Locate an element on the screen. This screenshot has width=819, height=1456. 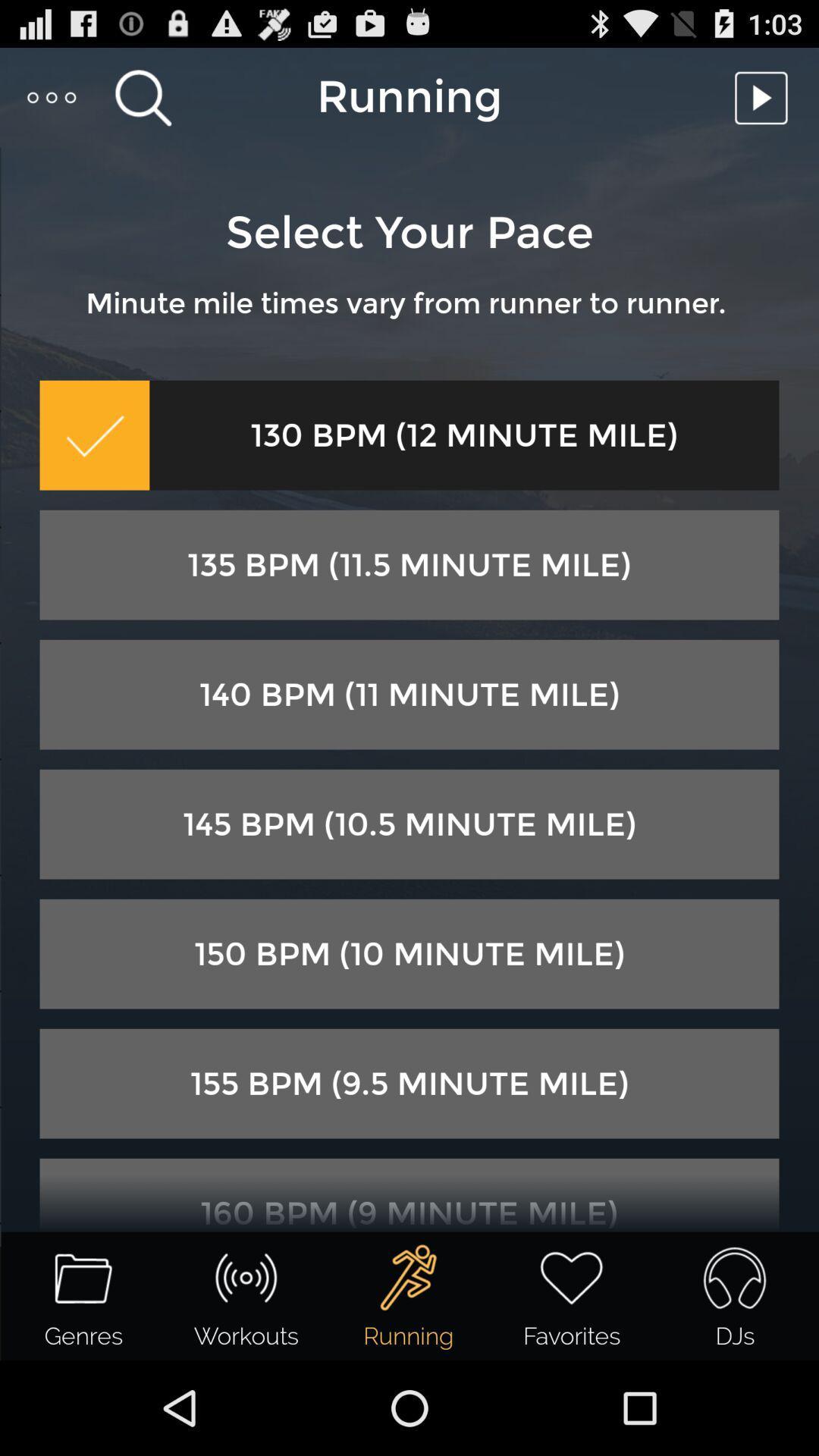
the item below minute mile times is located at coordinates (94, 435).